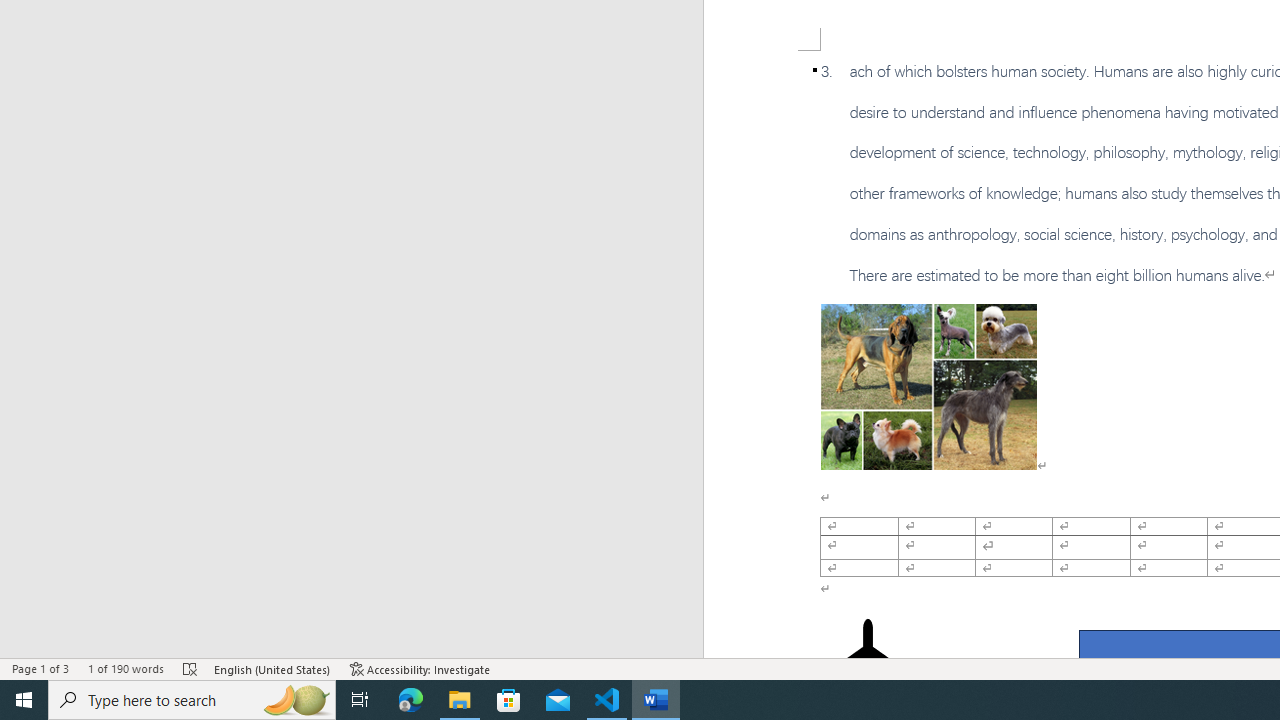 This screenshot has width=1280, height=720. What do you see at coordinates (272, 669) in the screenshot?
I see `'Language English (United States)'` at bounding box center [272, 669].